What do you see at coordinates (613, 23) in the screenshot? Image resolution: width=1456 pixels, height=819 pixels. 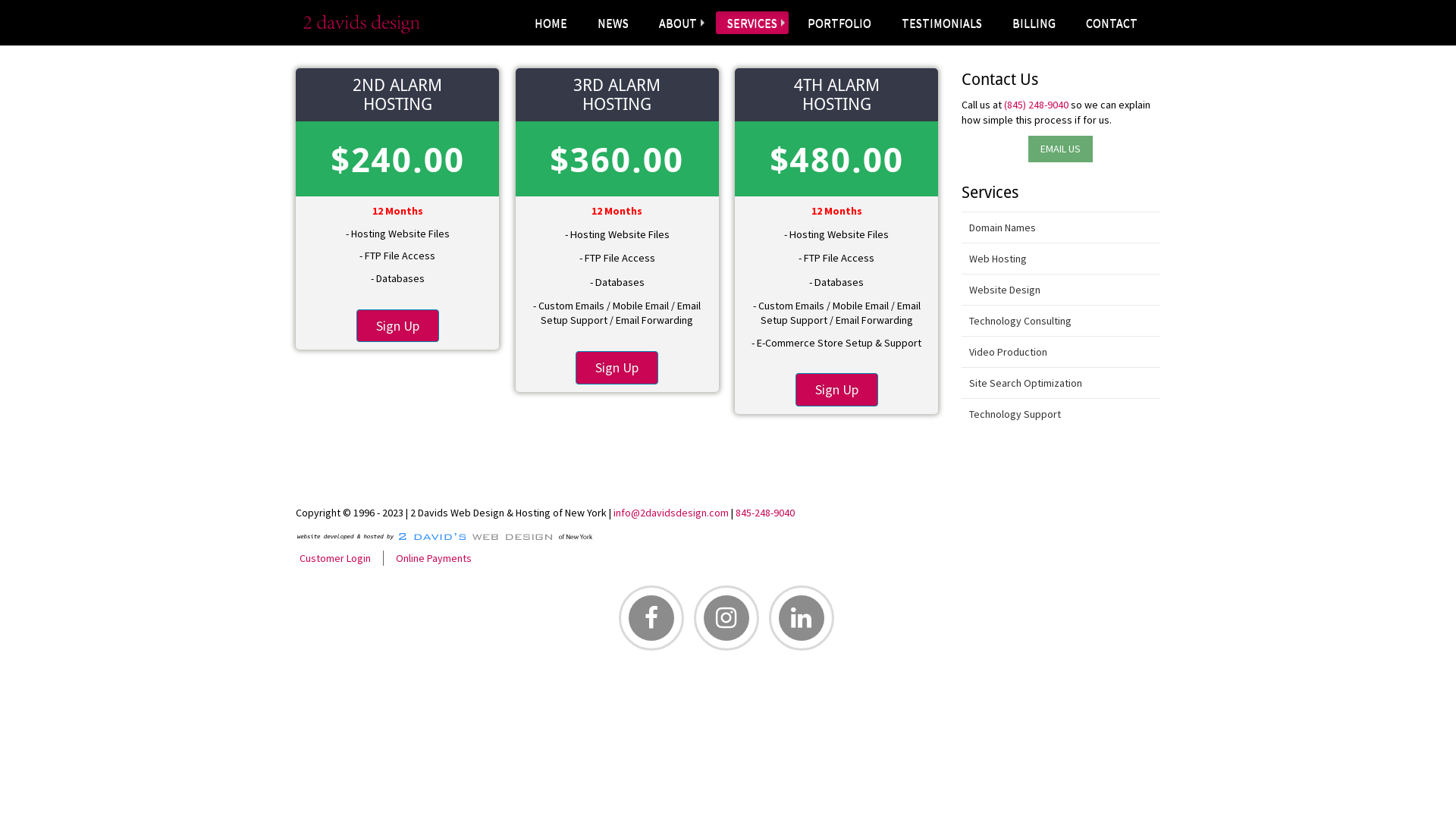 I see `'NEWS'` at bounding box center [613, 23].